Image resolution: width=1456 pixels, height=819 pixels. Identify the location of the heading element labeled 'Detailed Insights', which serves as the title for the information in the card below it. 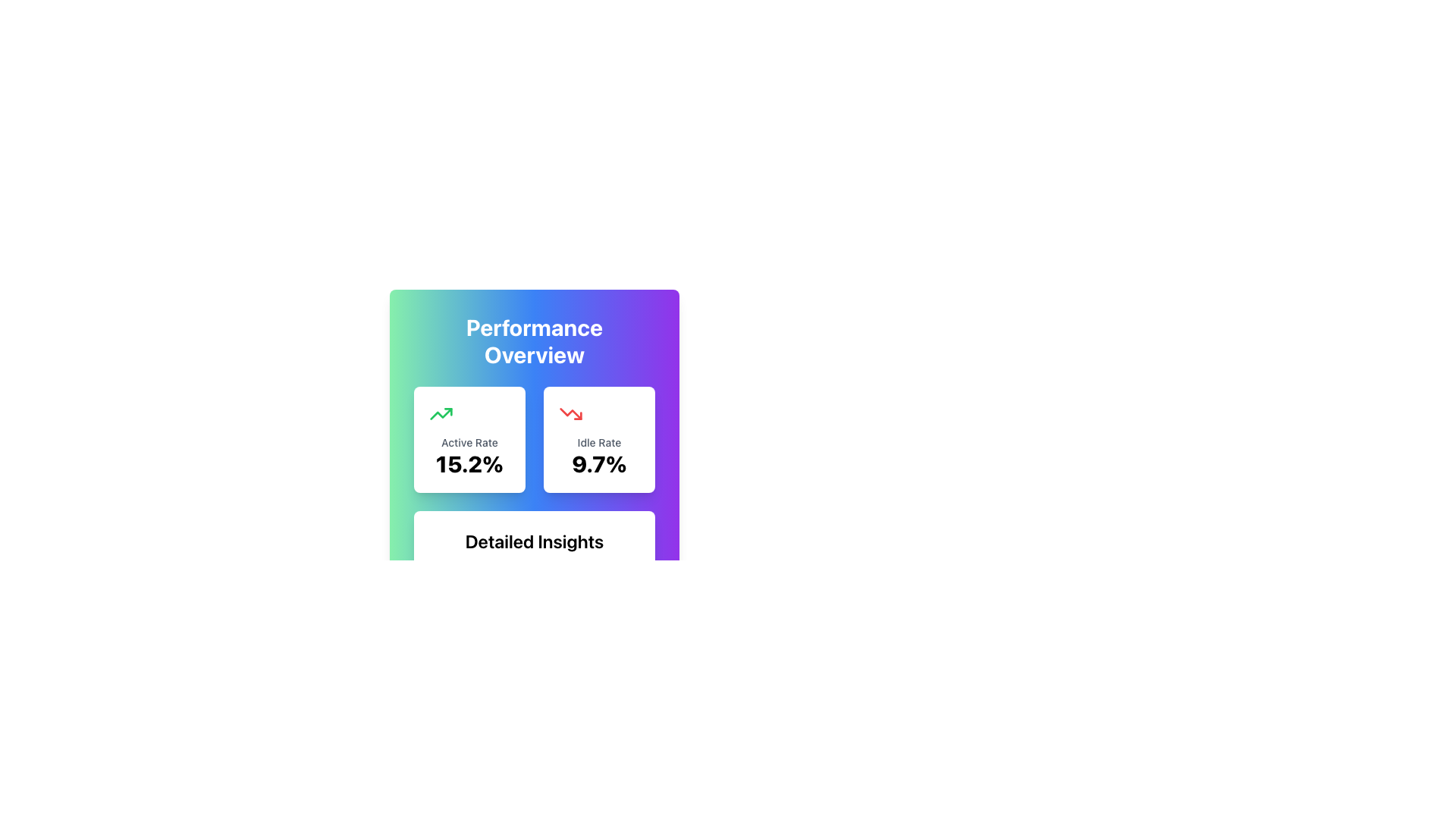
(535, 540).